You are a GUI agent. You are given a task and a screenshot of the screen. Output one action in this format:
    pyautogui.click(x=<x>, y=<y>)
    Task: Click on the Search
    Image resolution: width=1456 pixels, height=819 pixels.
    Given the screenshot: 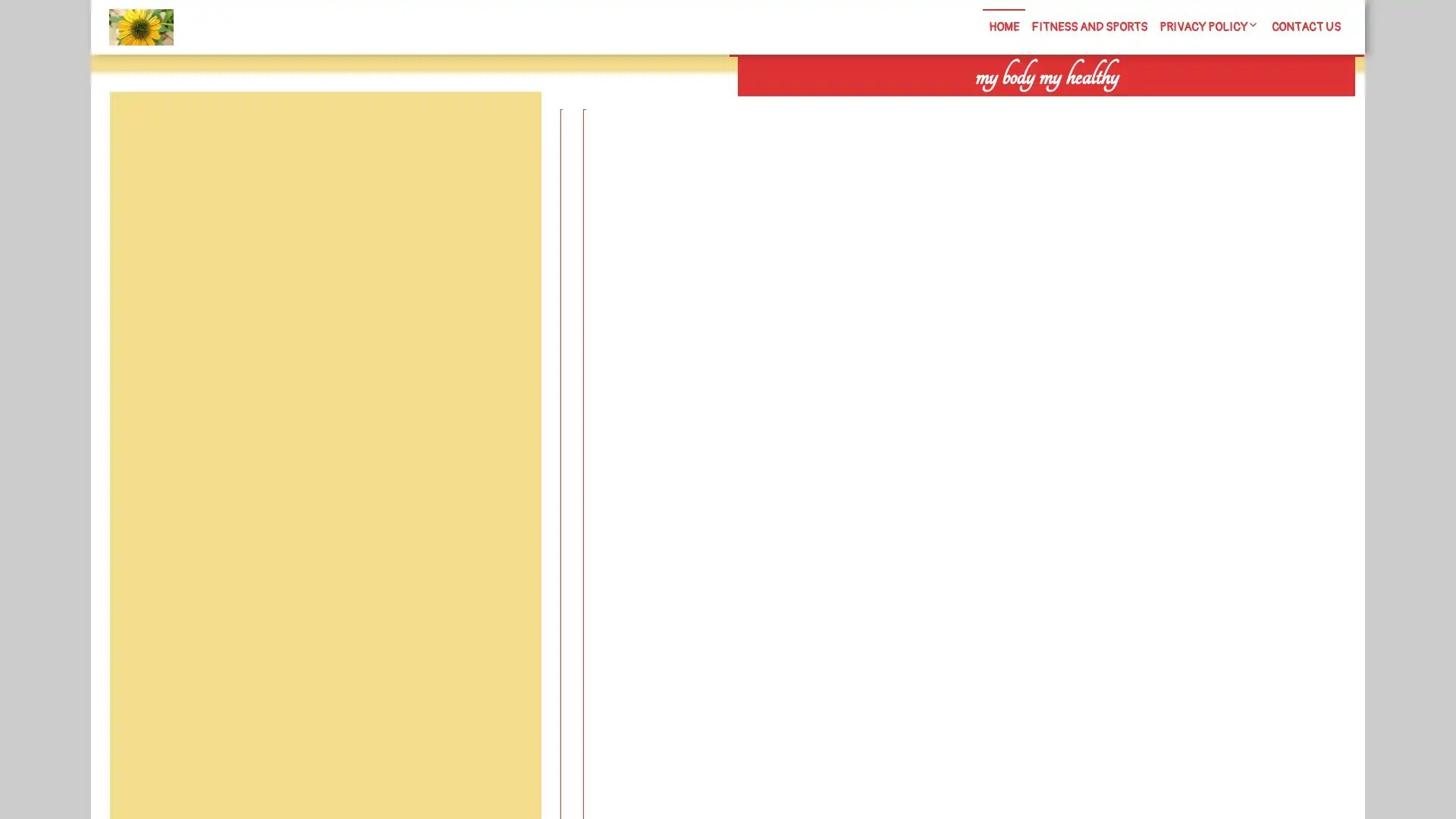 What is the action you would take?
    pyautogui.click(x=506, y=127)
    